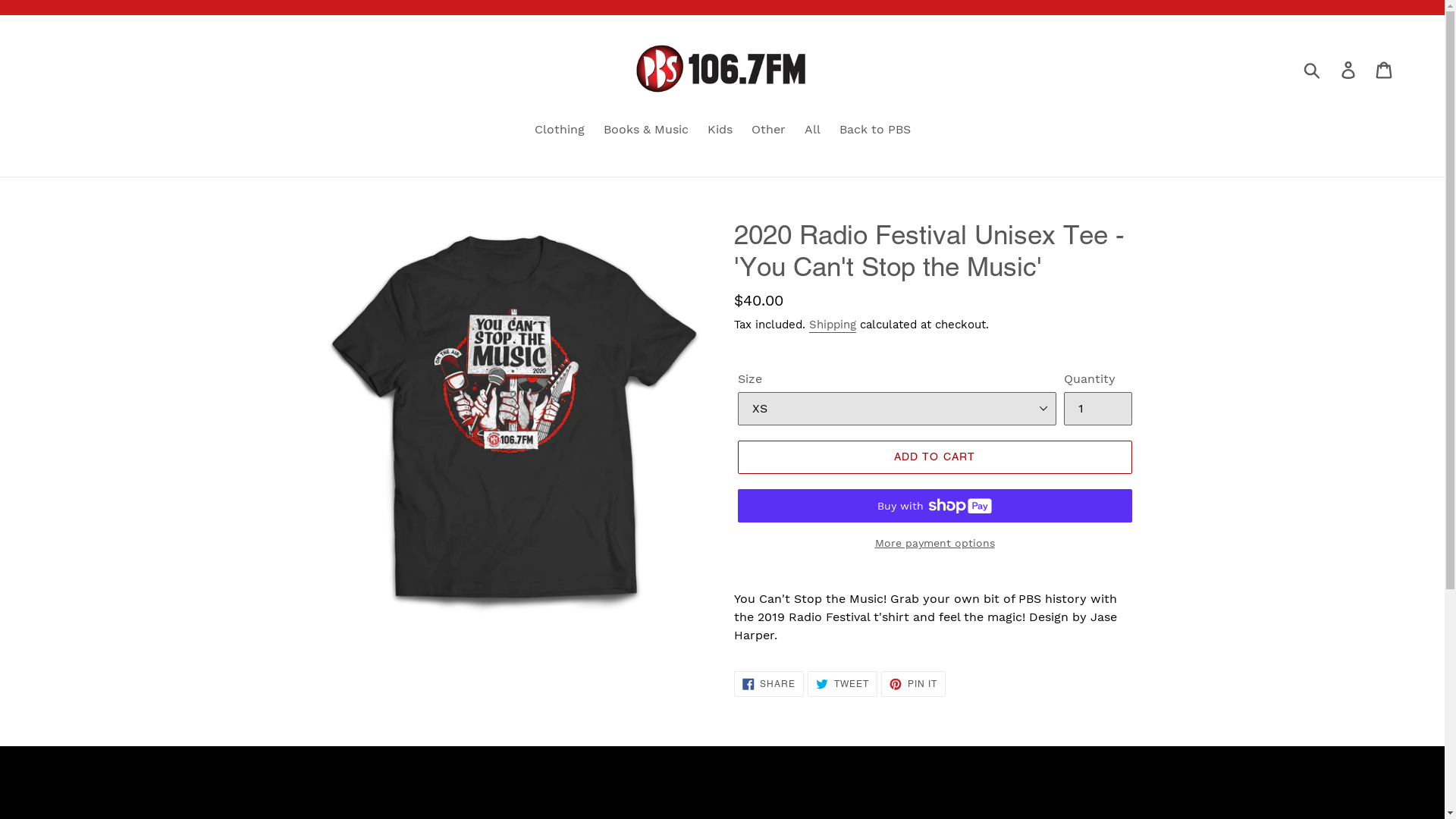 The image size is (1456, 819). Describe the element at coordinates (880, 684) in the screenshot. I see `'PIN IT` at that location.